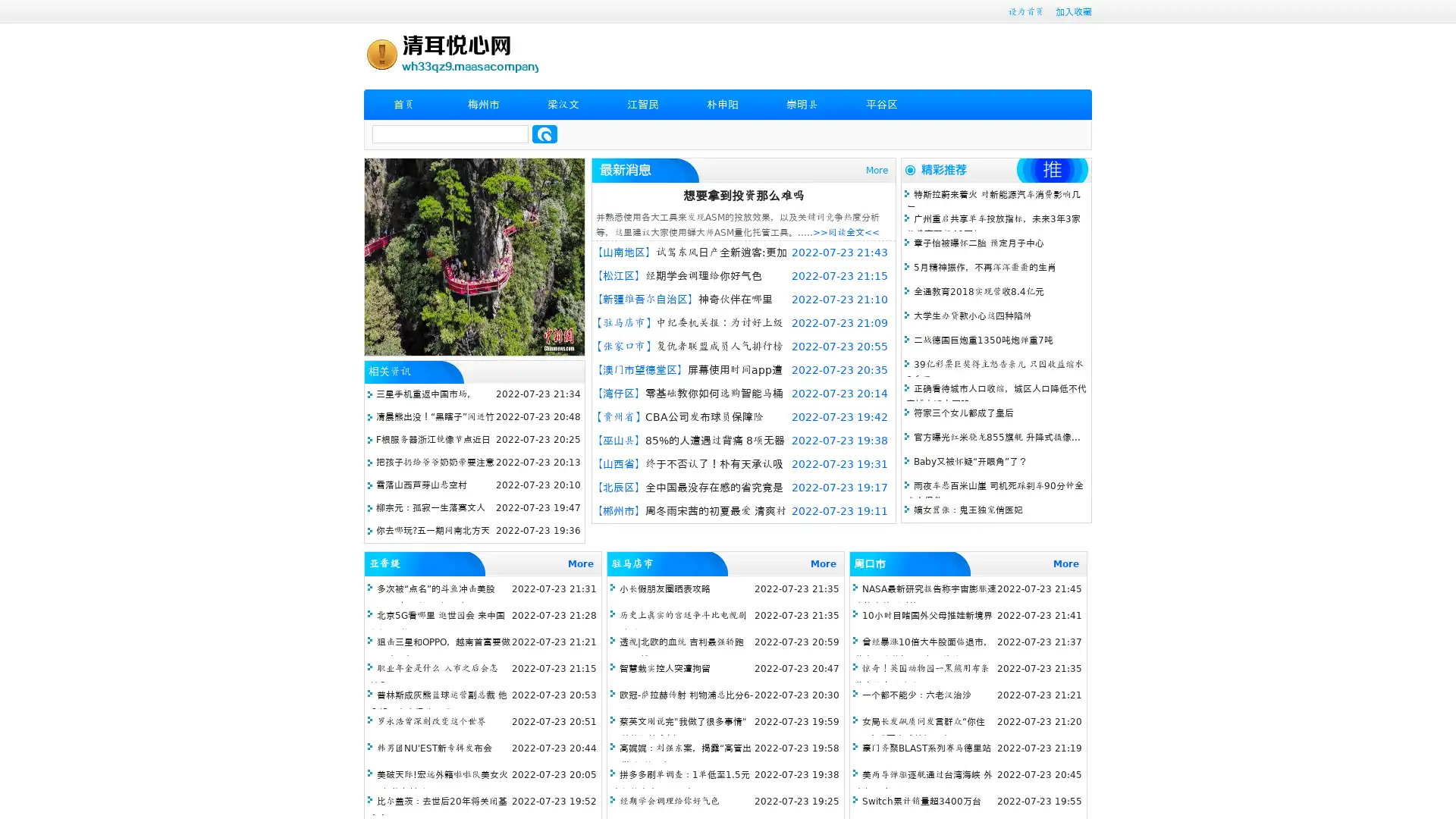  Describe the element at coordinates (544, 133) in the screenshot. I see `Search` at that location.